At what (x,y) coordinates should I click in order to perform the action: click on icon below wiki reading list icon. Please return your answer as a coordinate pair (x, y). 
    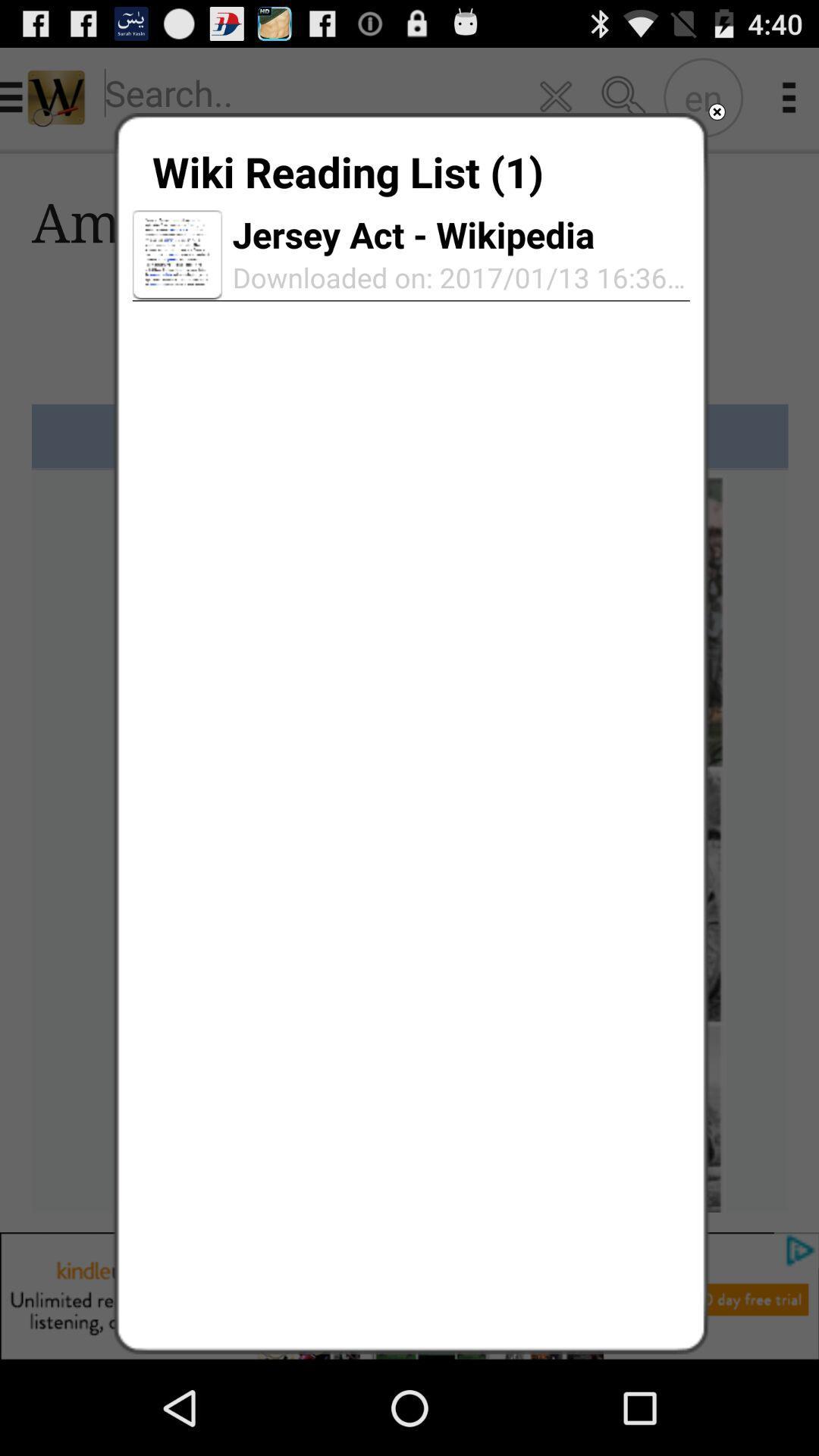
    Looking at the image, I should click on (413, 234).